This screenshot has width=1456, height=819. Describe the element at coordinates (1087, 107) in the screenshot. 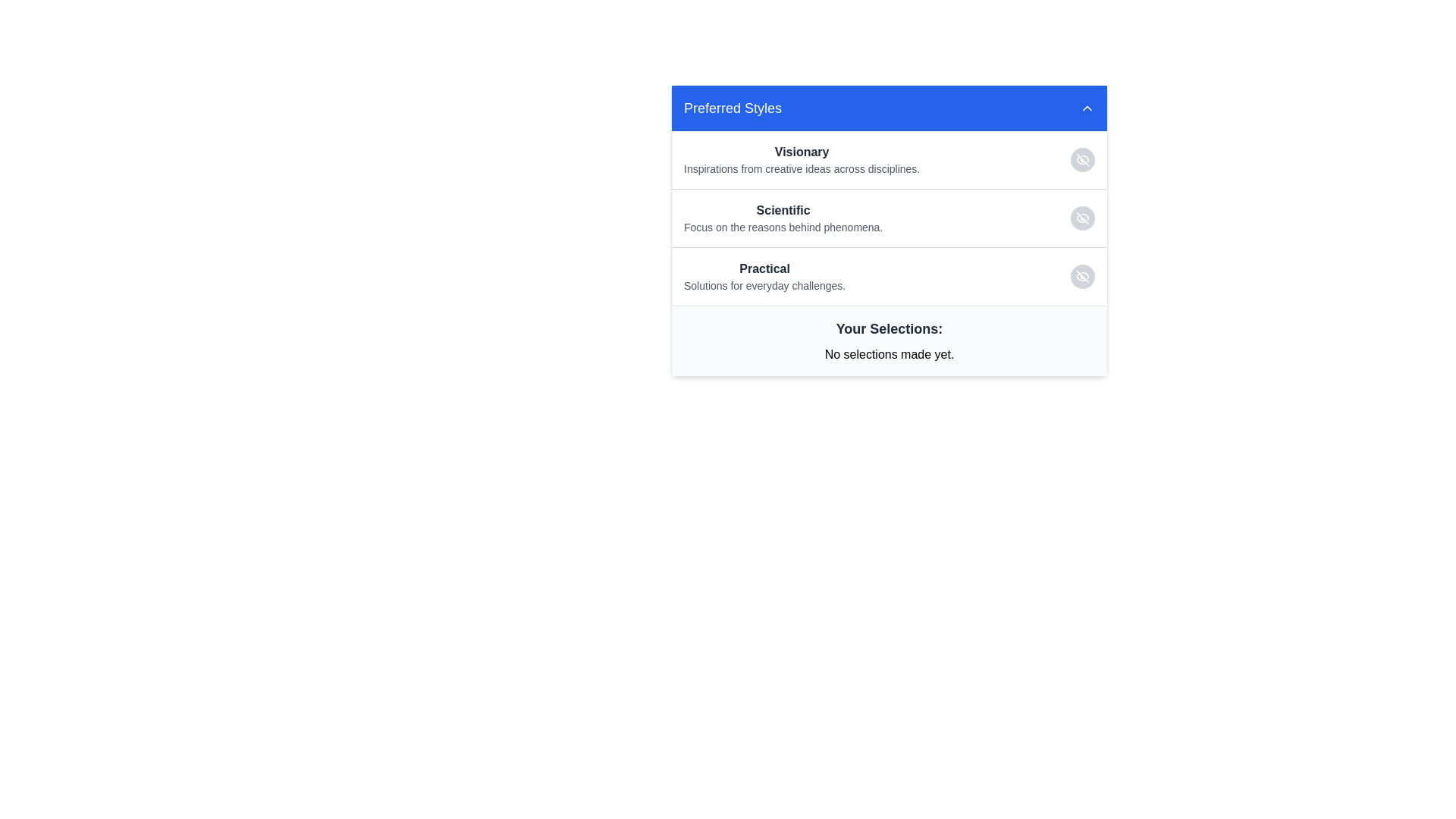

I see `the upward-pointing chevron SVG icon located at the far-right end of the 'Preferred Styles' header bar` at that location.